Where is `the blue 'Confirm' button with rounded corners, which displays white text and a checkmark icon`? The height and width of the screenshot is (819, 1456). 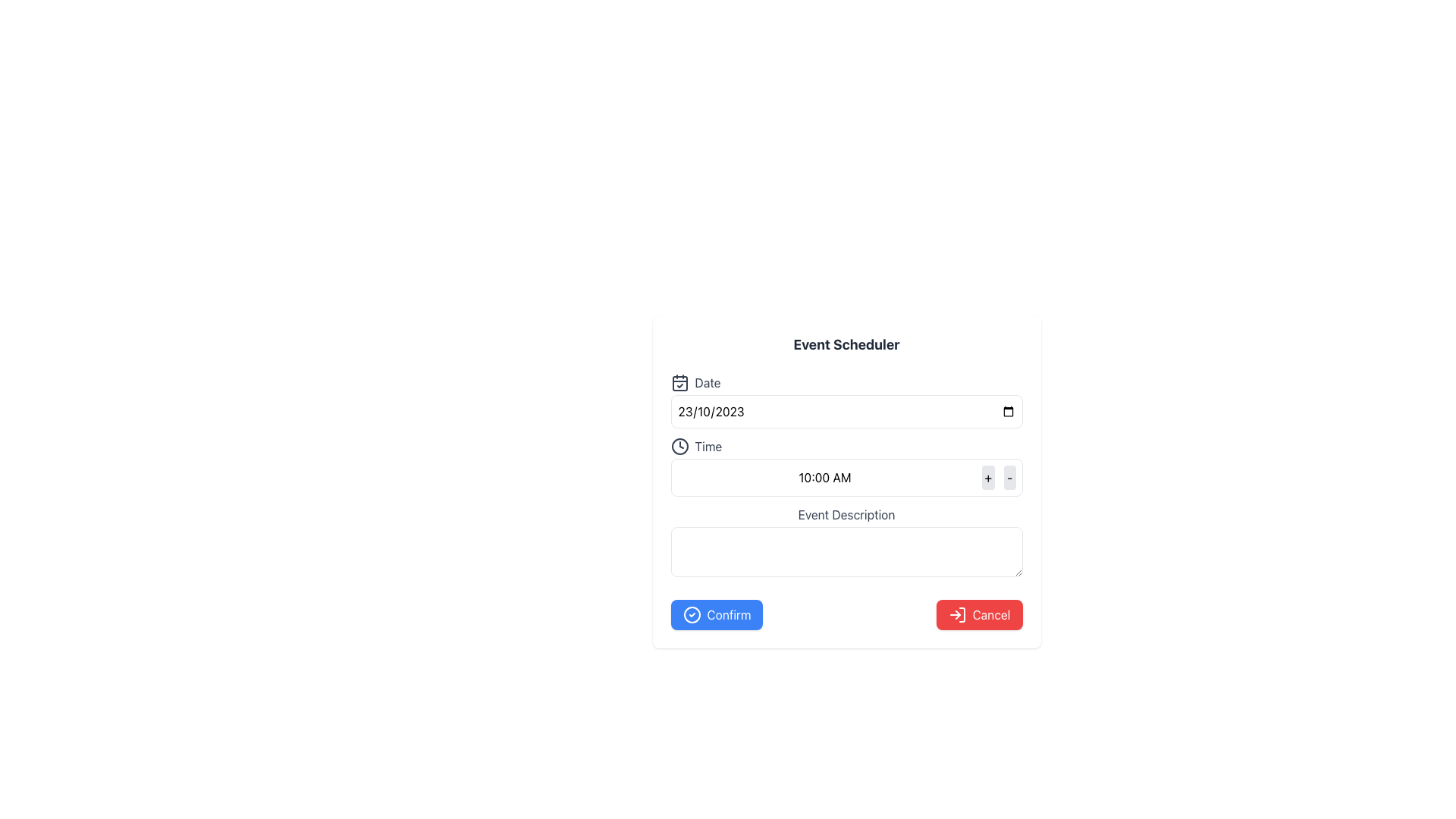
the blue 'Confirm' button with rounded corners, which displays white text and a checkmark icon is located at coordinates (716, 614).